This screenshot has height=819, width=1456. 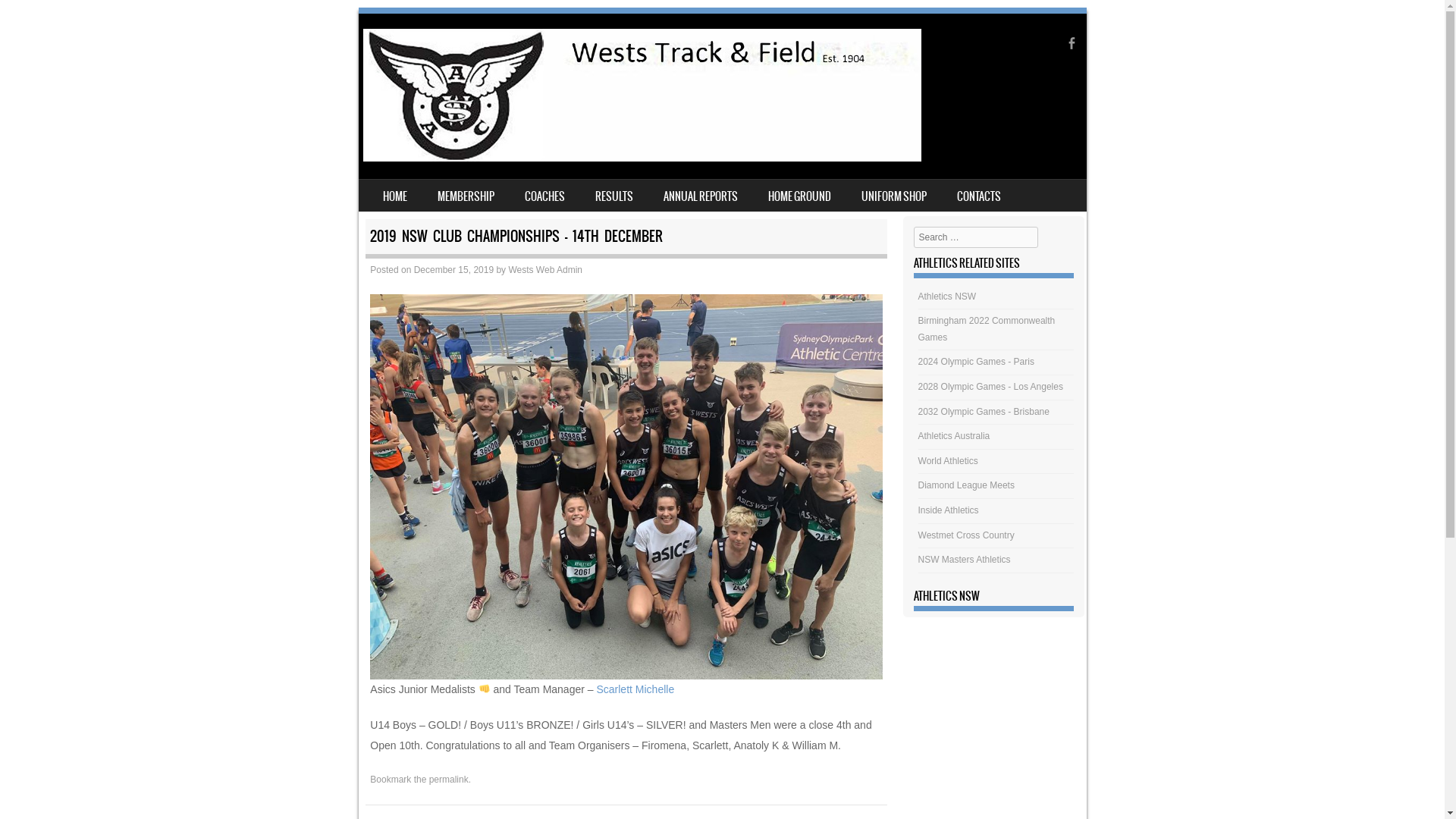 I want to click on 'Athletics Australia', so click(x=917, y=435).